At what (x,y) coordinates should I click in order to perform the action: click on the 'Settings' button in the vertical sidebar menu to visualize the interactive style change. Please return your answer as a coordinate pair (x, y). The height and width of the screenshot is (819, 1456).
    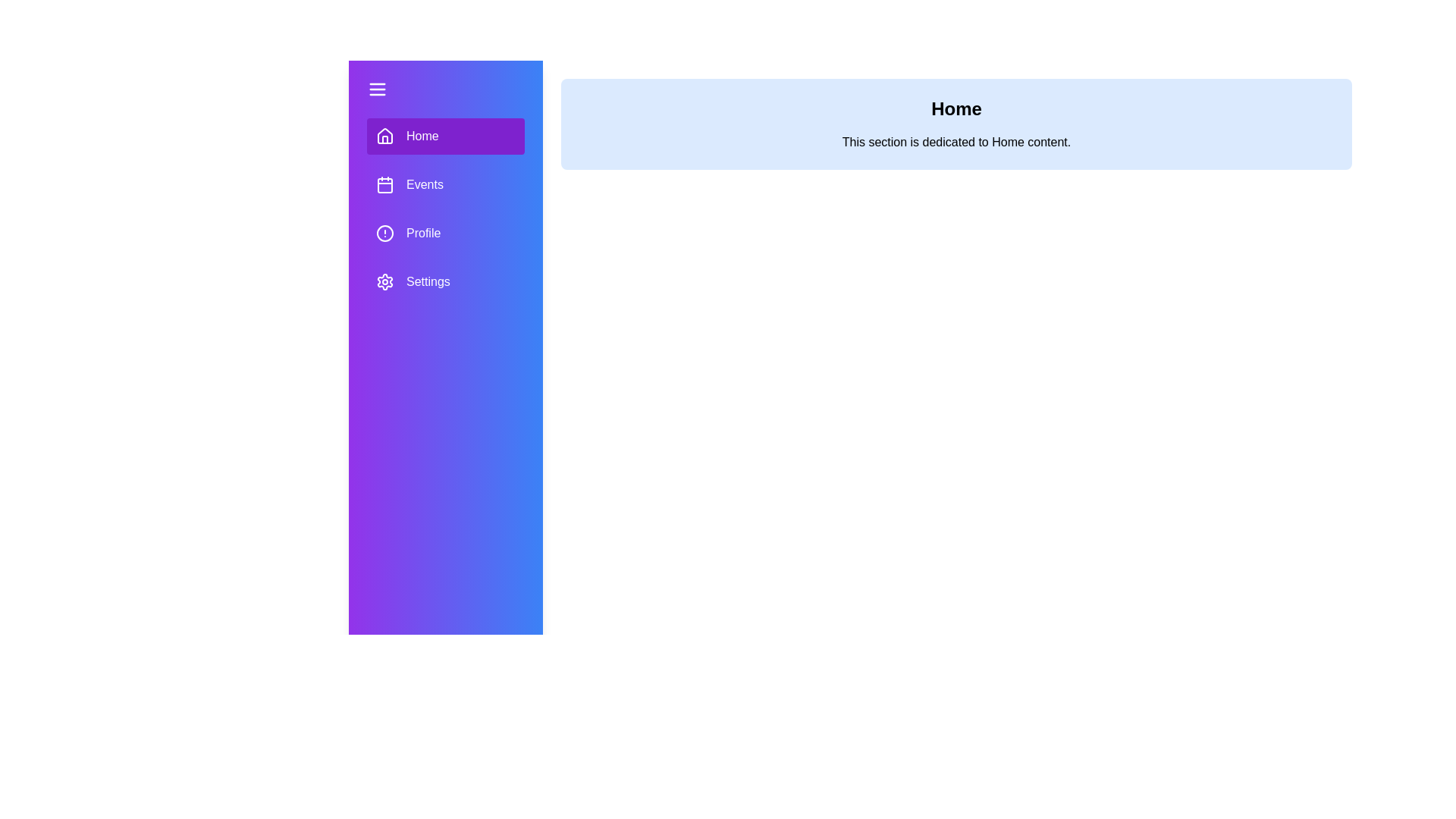
    Looking at the image, I should click on (445, 281).